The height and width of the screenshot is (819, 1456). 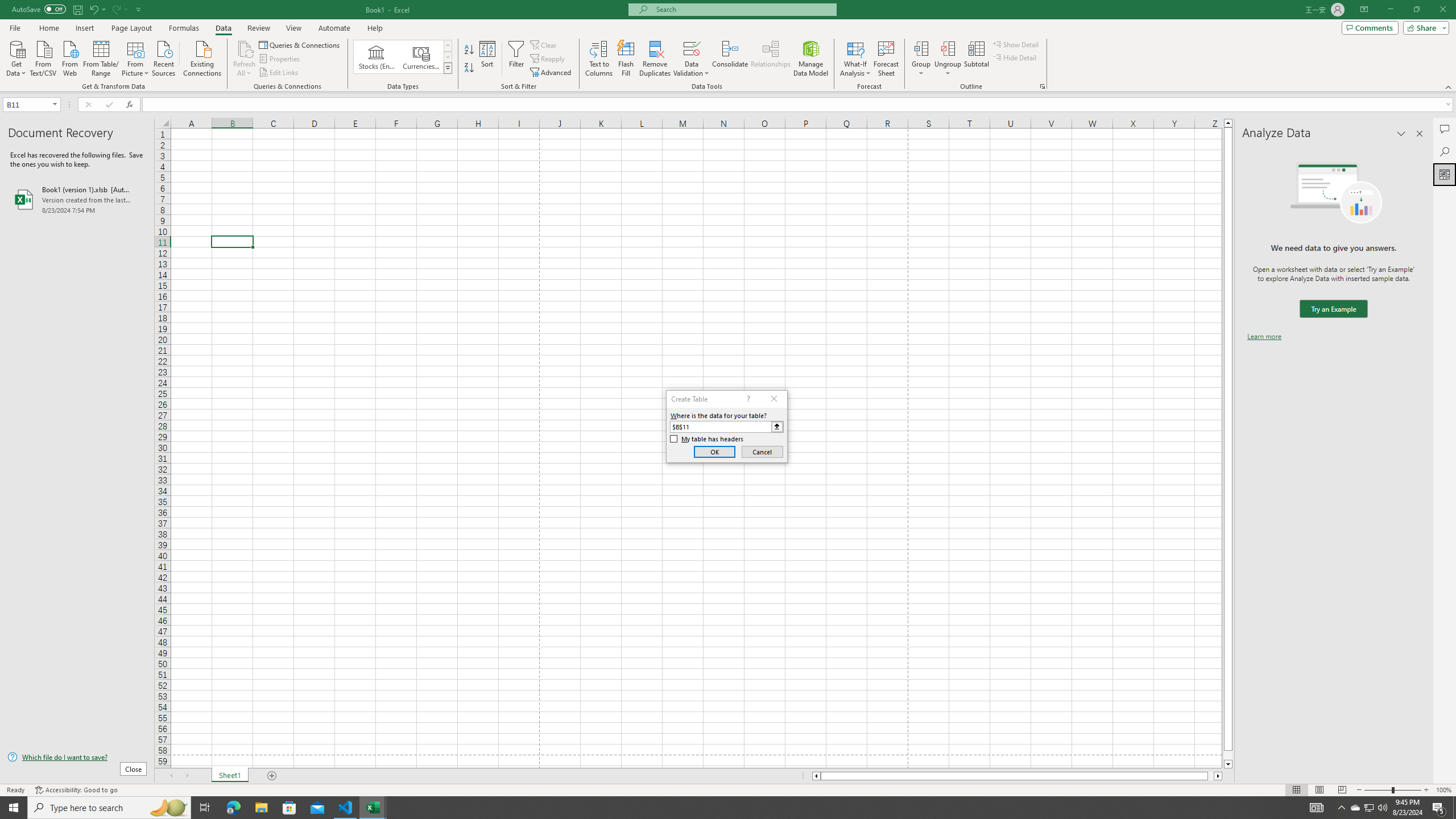 What do you see at coordinates (948, 48) in the screenshot?
I see `'Ungroup...'` at bounding box center [948, 48].